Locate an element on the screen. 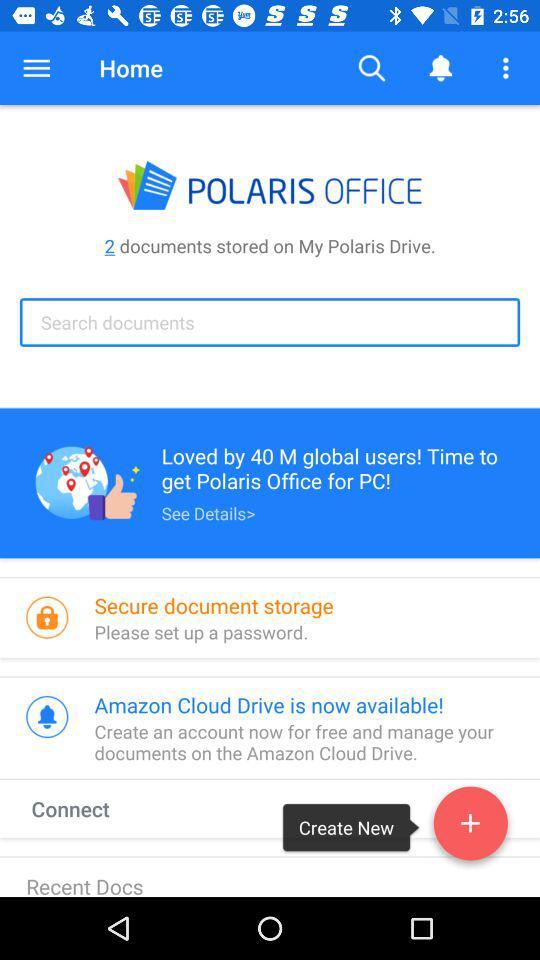  the icon above the 2 documents stored item is located at coordinates (36, 68).